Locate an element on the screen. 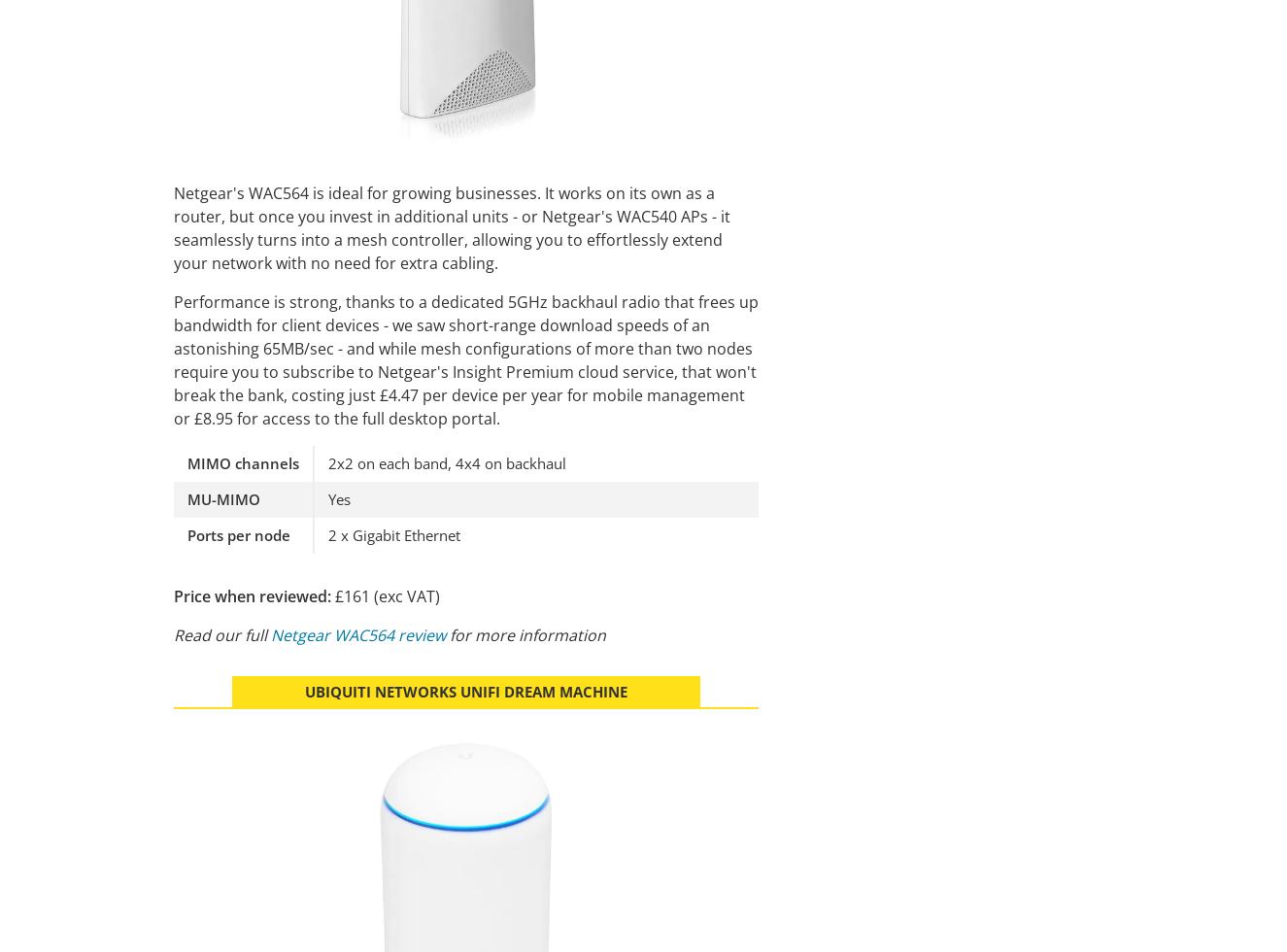  'MIMO channels' is located at coordinates (243, 462).